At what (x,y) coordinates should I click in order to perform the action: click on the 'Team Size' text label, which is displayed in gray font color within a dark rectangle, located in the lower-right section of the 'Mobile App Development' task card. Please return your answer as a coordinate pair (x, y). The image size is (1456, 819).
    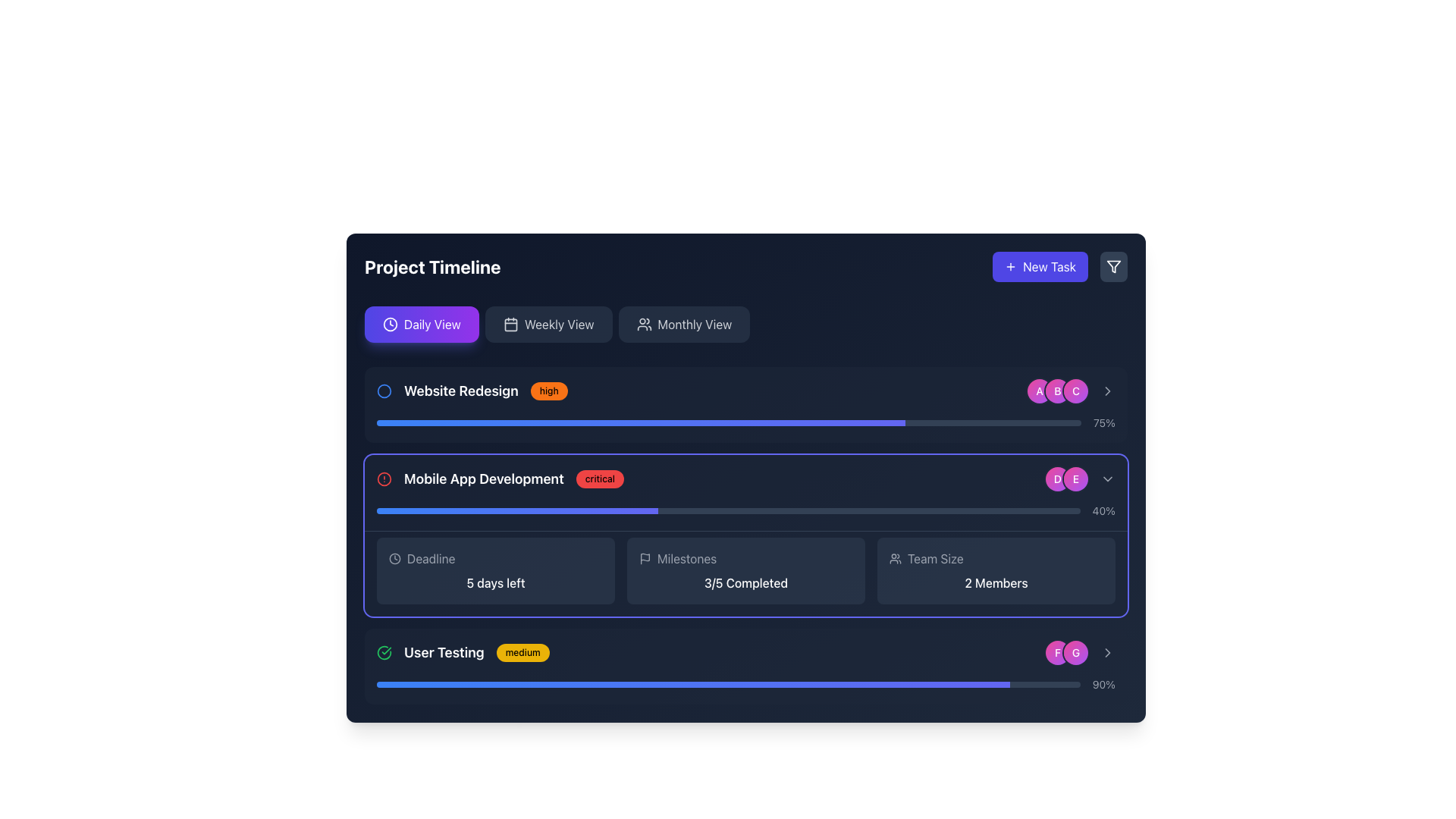
    Looking at the image, I should click on (934, 558).